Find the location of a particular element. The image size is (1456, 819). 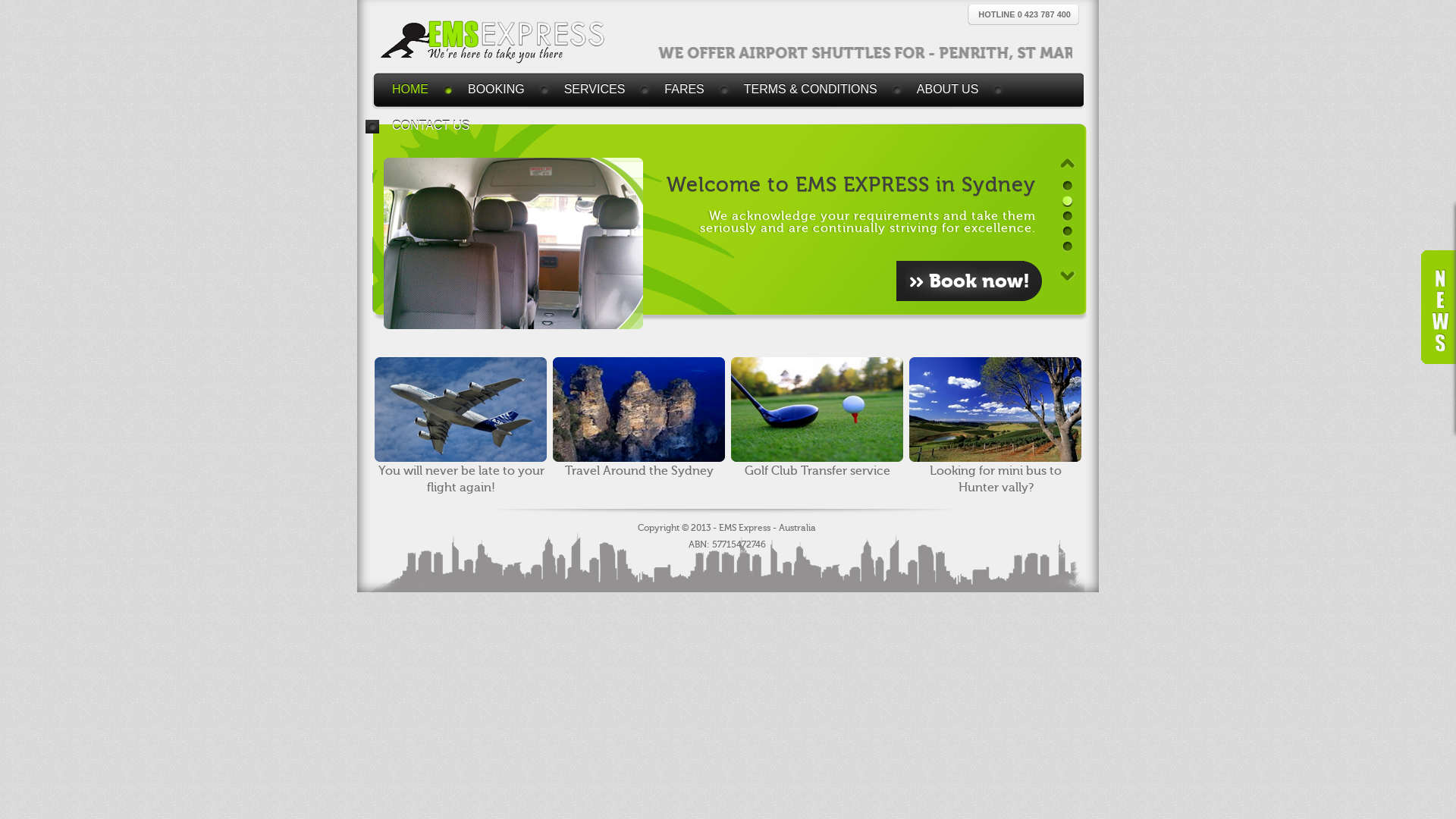

'Book now!' is located at coordinates (968, 281).